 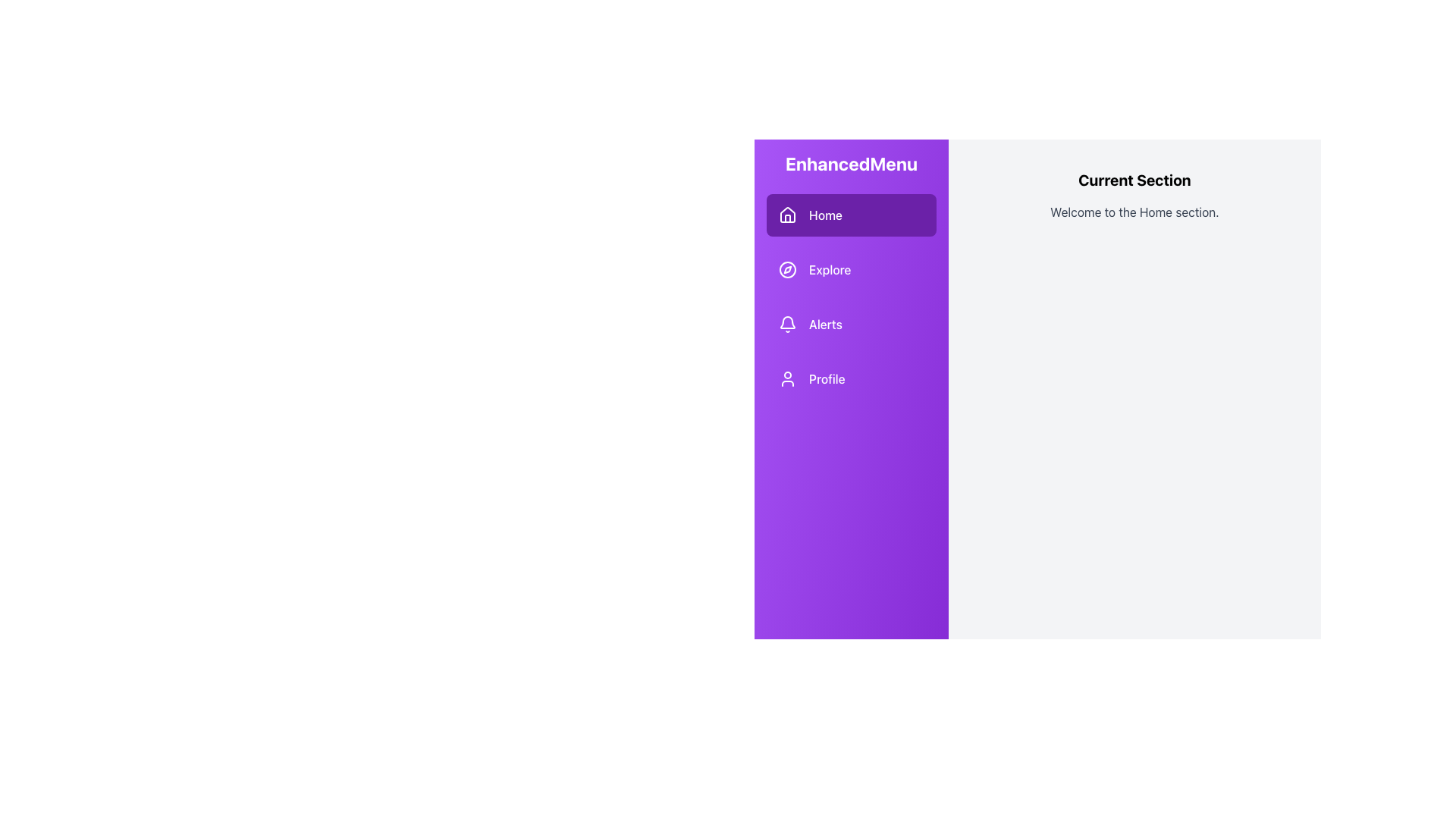 I want to click on the 'Alerts' text label located in the vertical navigation menu, which is the third item under 'Home' and 'Explore', so click(x=825, y=324).